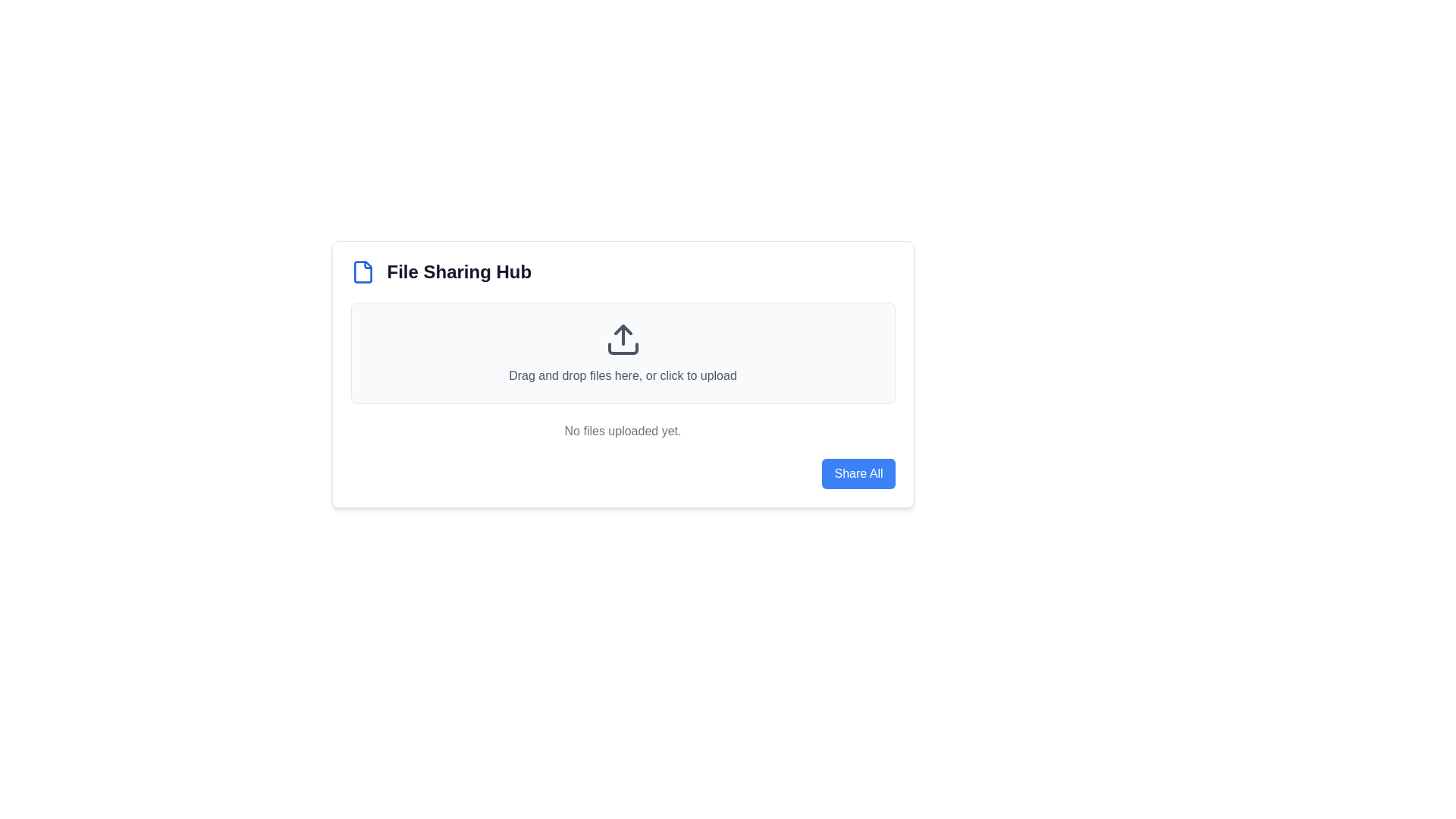 The image size is (1456, 819). I want to click on the rounded rectangular button with a blue background and white text that states 'Share All', so click(858, 472).